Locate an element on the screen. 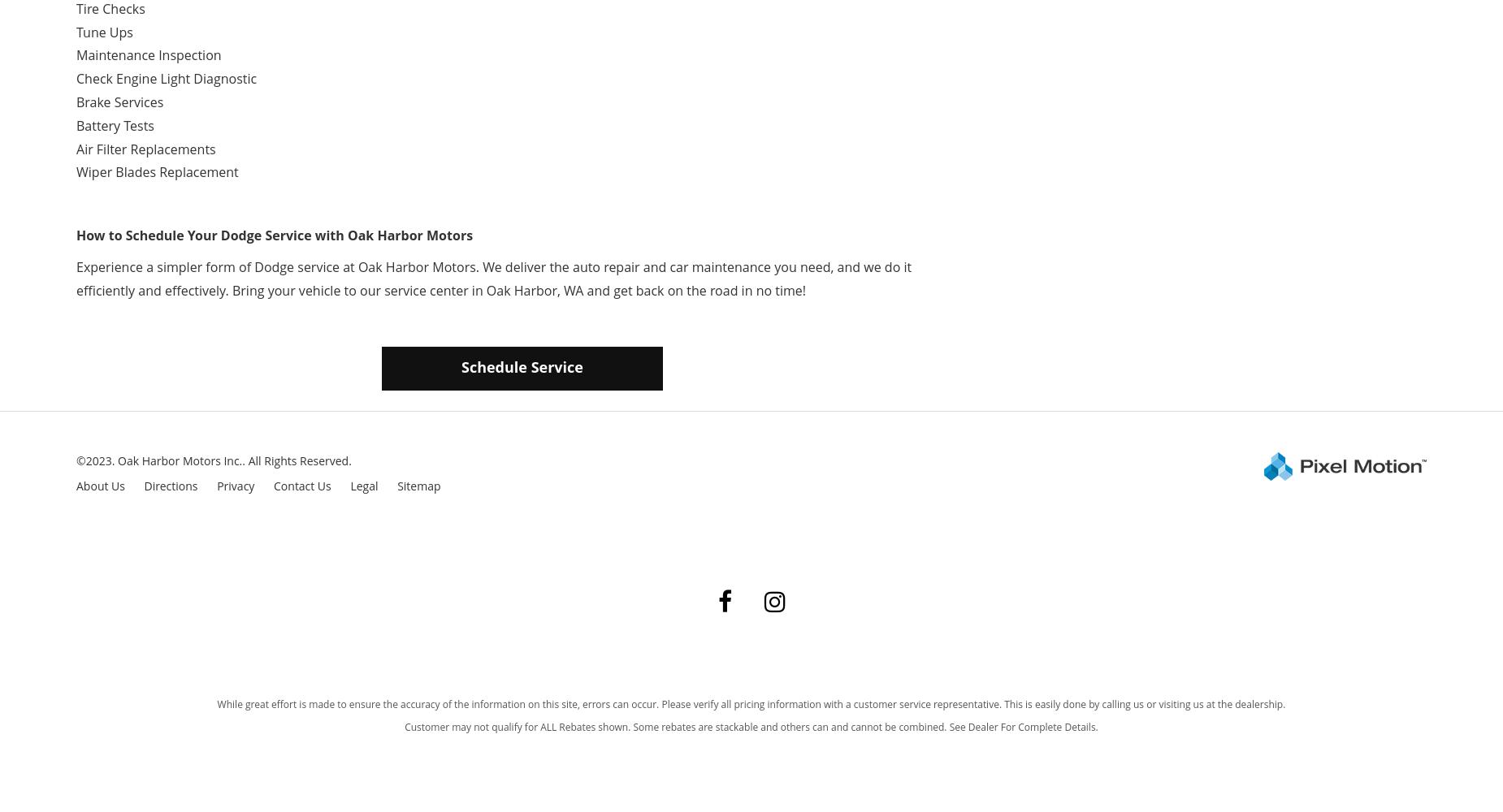 This screenshot has height=812, width=1503. 'Legal' is located at coordinates (349, 485).